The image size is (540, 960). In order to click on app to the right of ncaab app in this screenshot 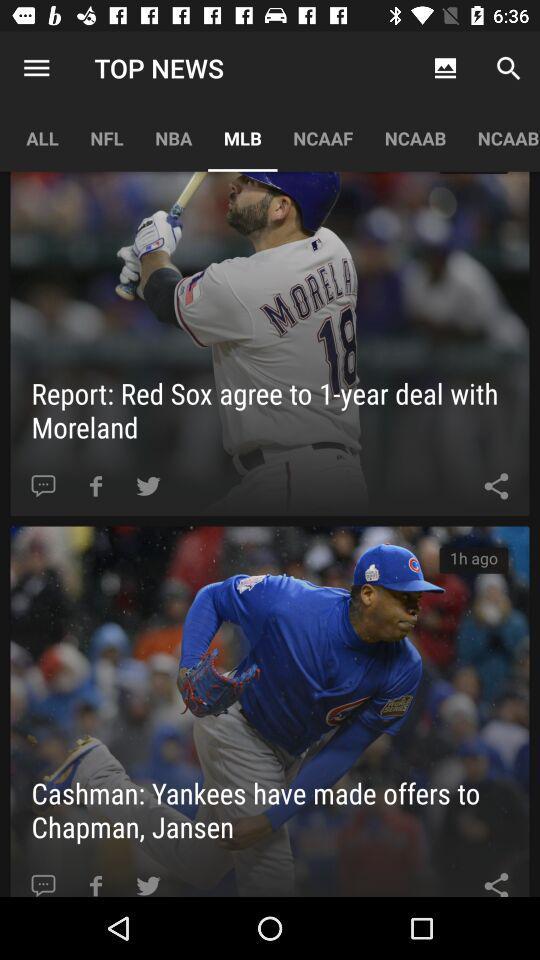, I will do `click(500, 137)`.